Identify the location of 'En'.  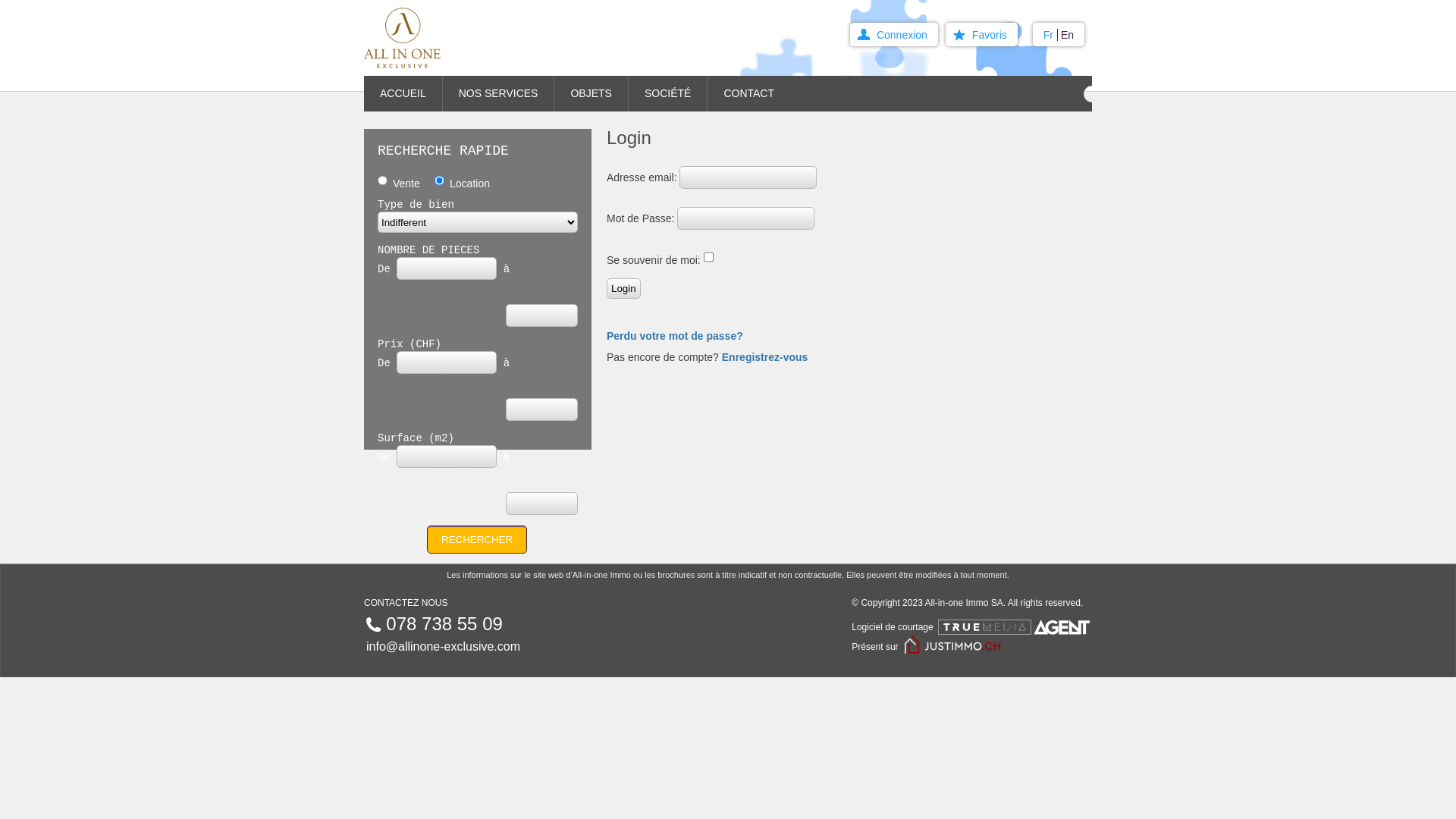
(1059, 34).